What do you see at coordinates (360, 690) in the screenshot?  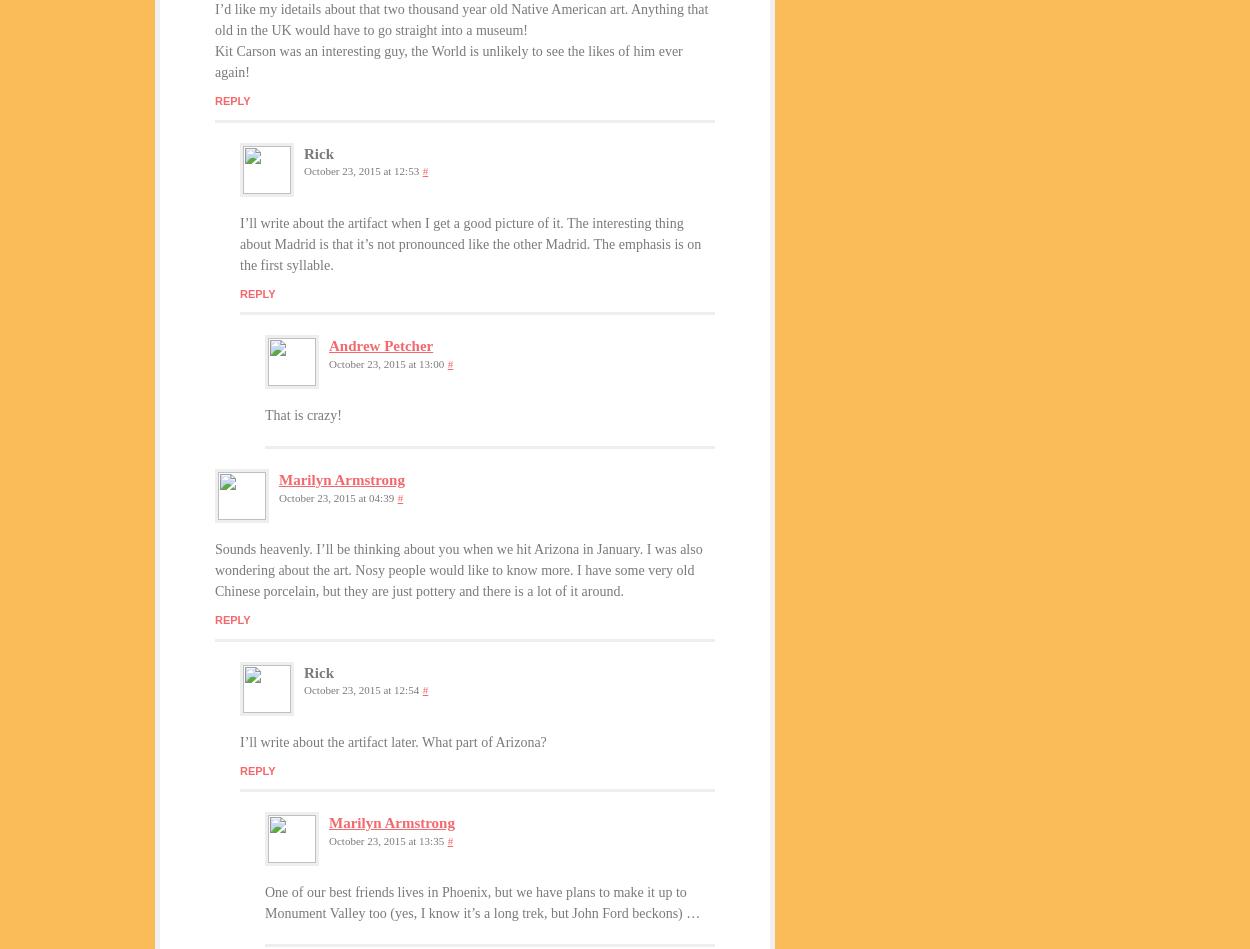 I see `'October 23, 2015 at 12:54'` at bounding box center [360, 690].